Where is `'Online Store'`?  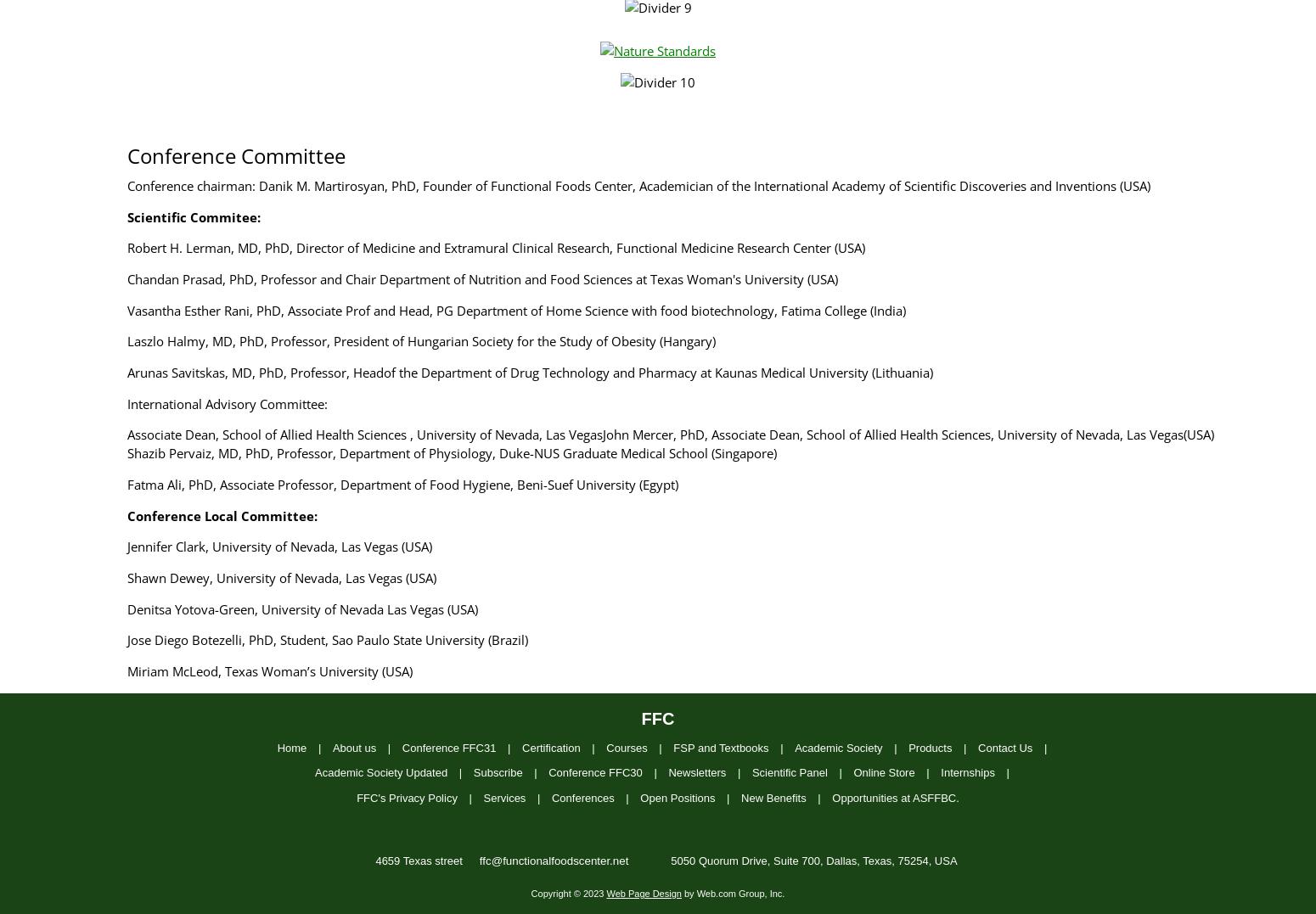
'Online Store' is located at coordinates (883, 772).